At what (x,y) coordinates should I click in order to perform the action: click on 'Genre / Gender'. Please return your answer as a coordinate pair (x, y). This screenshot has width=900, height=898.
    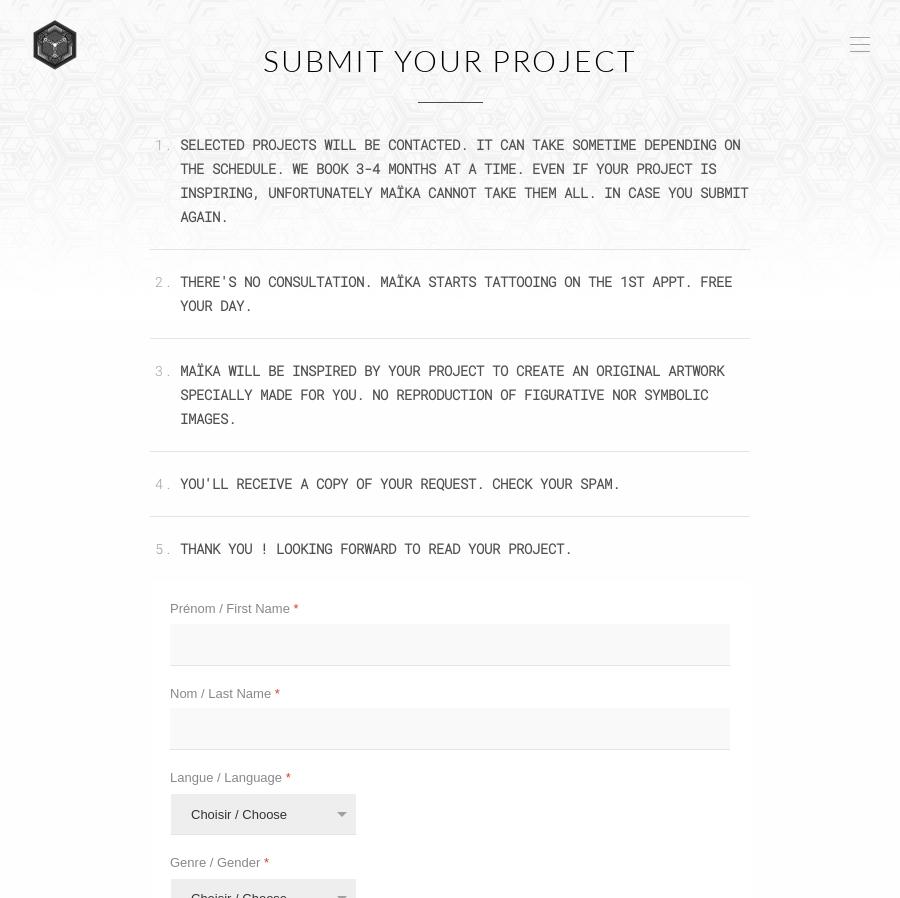
    Looking at the image, I should click on (216, 862).